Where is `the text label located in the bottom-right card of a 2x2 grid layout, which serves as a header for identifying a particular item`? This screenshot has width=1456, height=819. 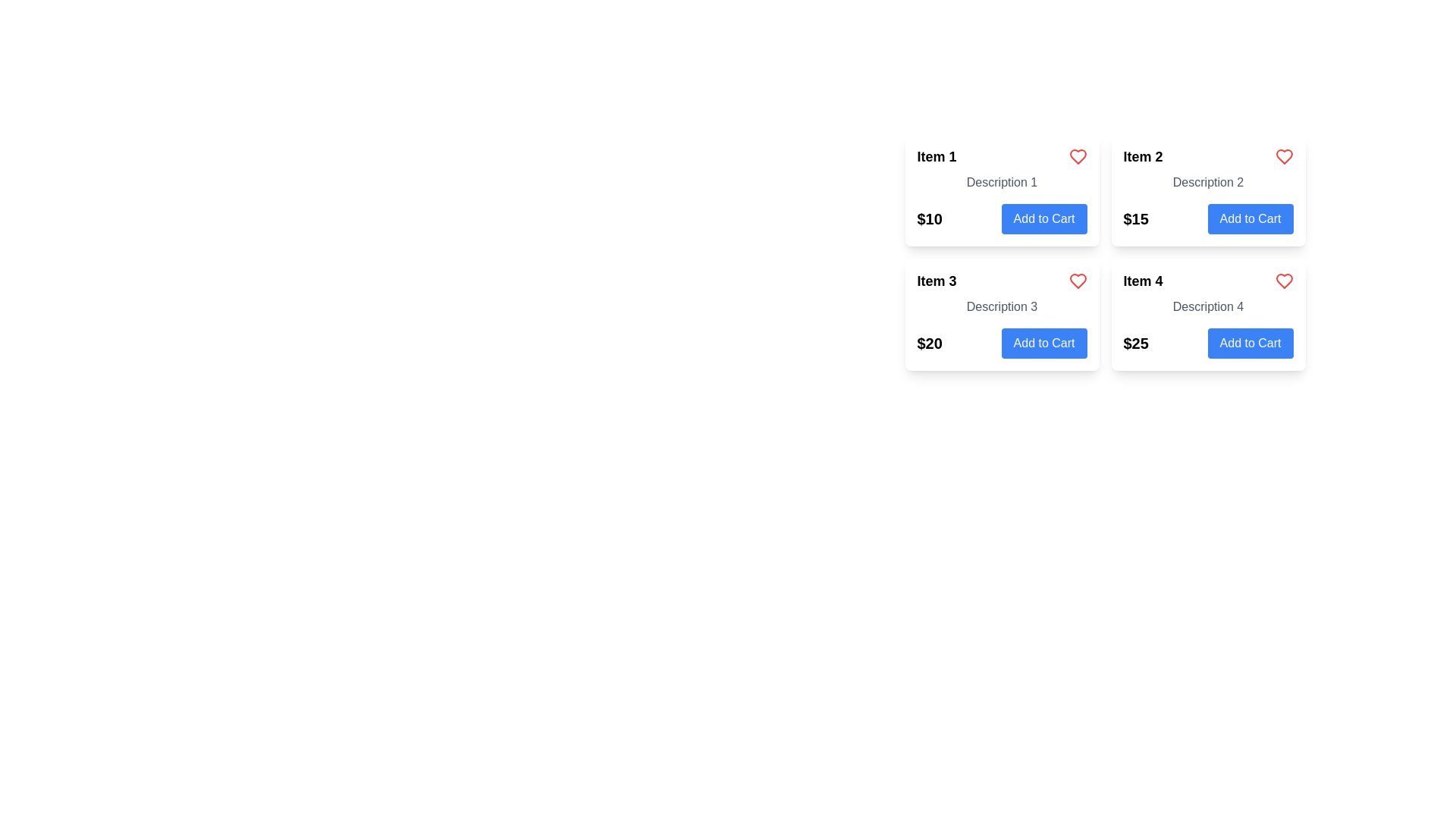
the text label located in the bottom-right card of a 2x2 grid layout, which serves as a header for identifying a particular item is located at coordinates (1143, 281).